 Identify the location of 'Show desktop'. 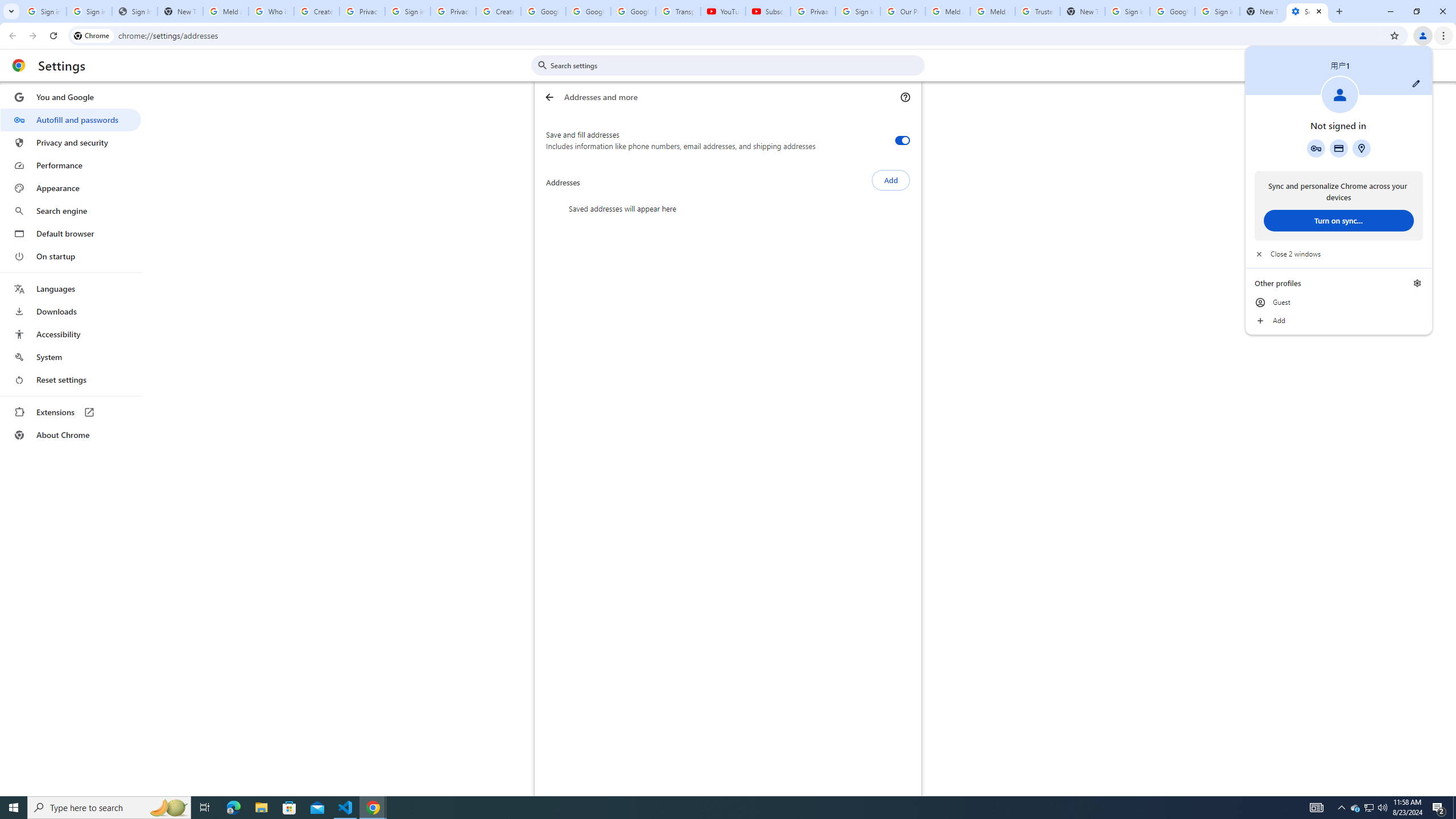
(1454, 806).